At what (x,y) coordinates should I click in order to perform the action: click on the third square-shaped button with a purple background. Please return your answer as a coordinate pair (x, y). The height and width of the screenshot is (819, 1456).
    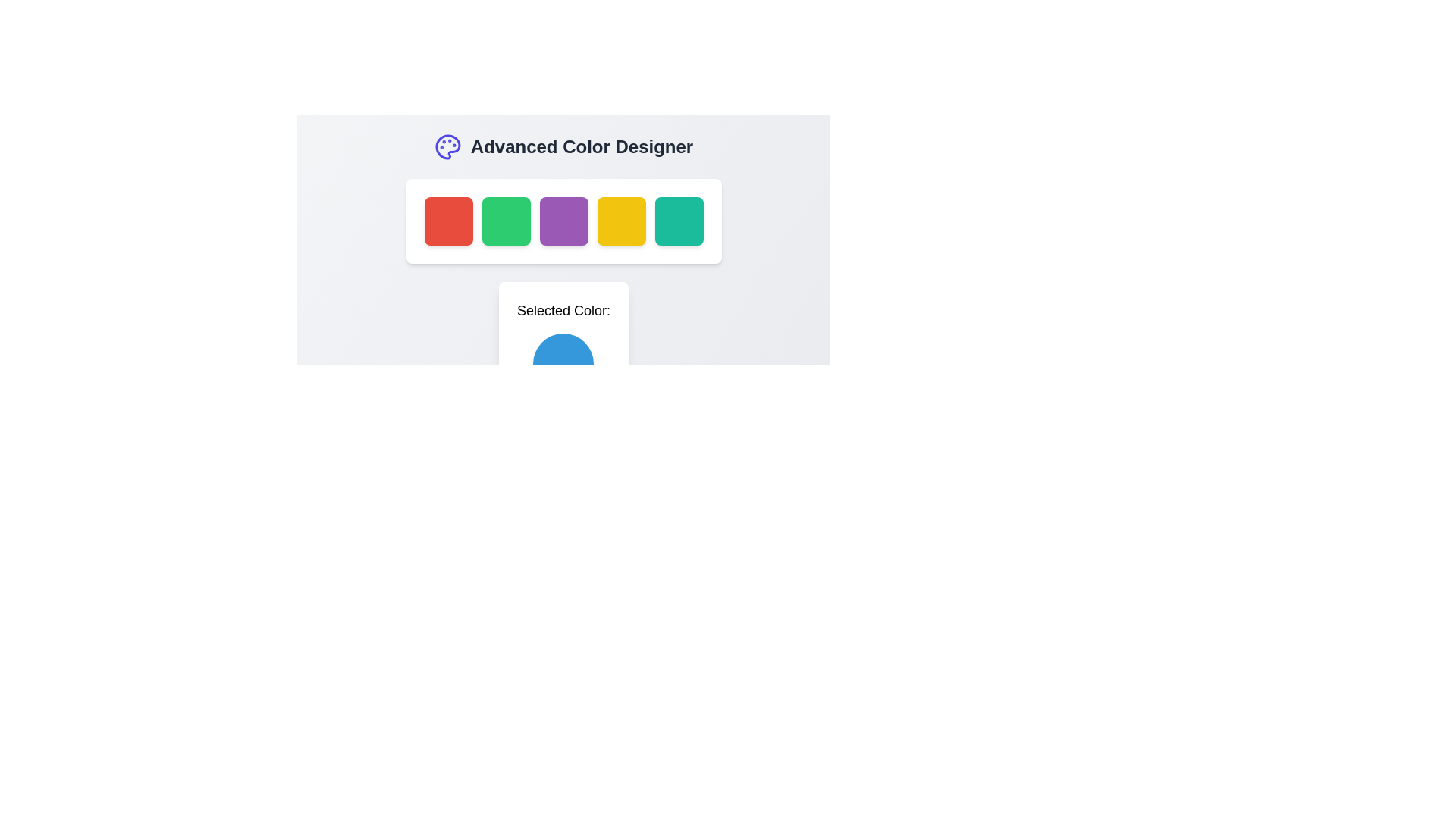
    Looking at the image, I should click on (563, 221).